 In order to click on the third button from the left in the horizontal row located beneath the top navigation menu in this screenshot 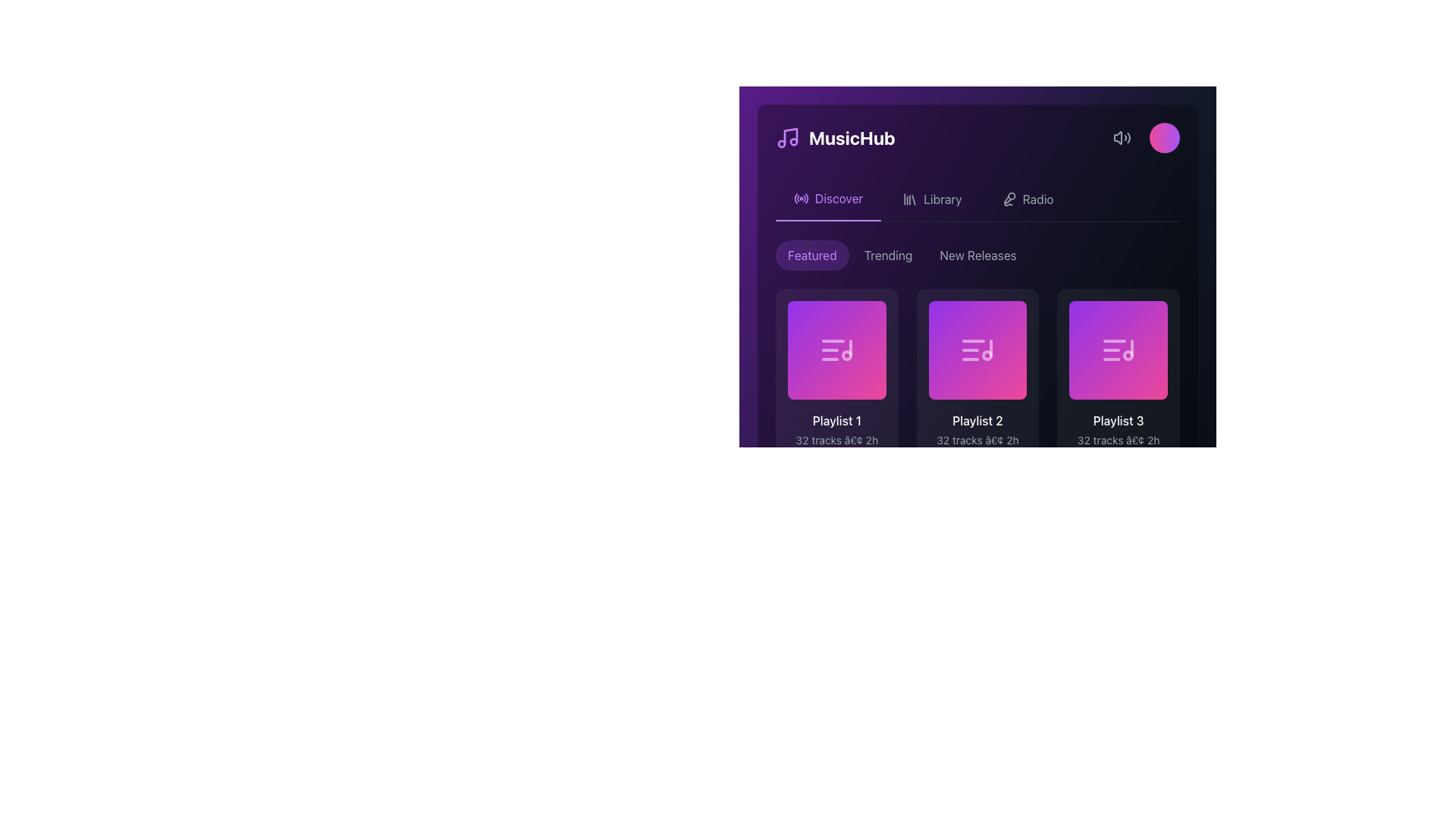, I will do `click(977, 254)`.